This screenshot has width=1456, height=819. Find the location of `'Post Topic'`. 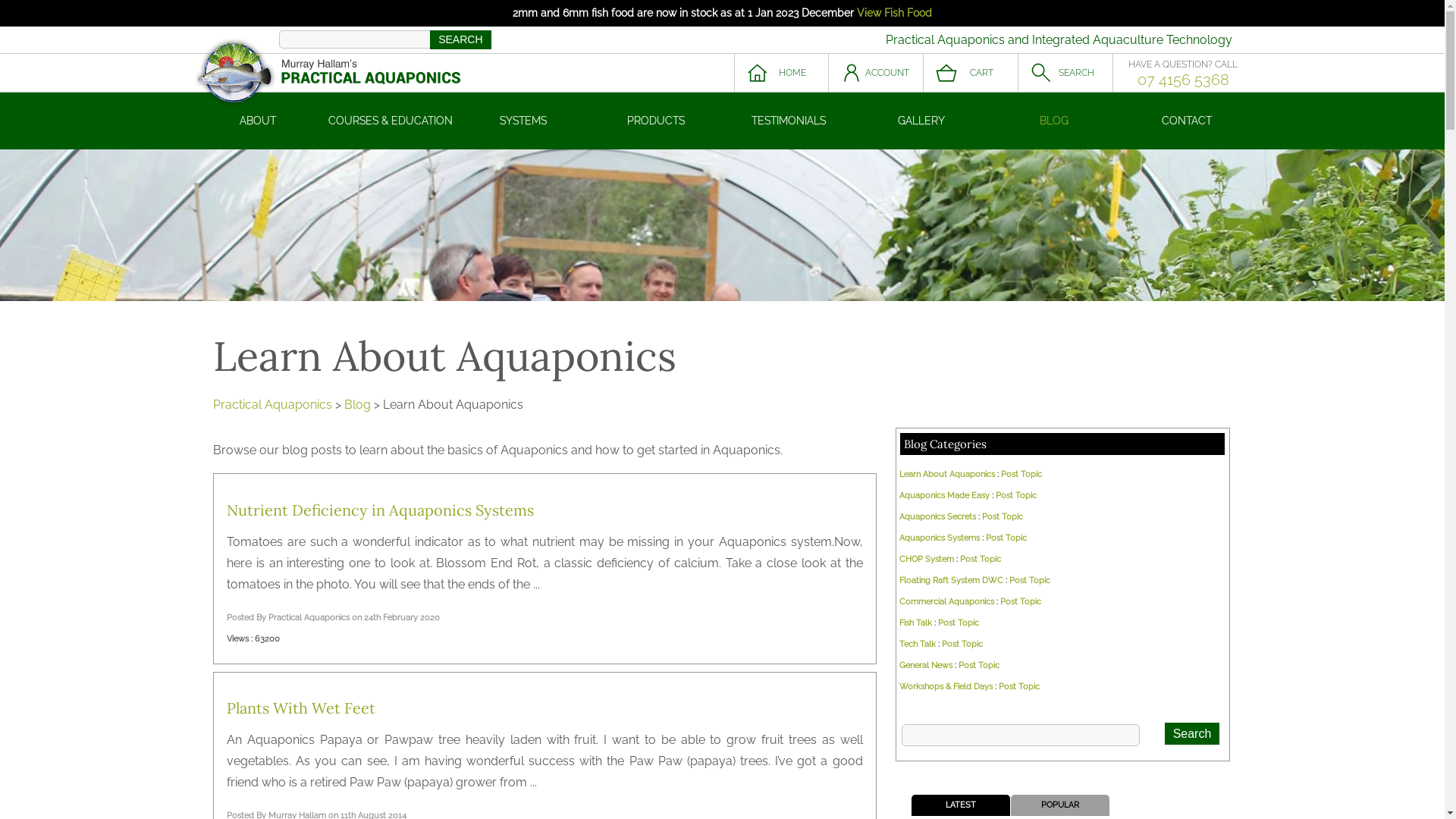

'Post Topic' is located at coordinates (996, 495).